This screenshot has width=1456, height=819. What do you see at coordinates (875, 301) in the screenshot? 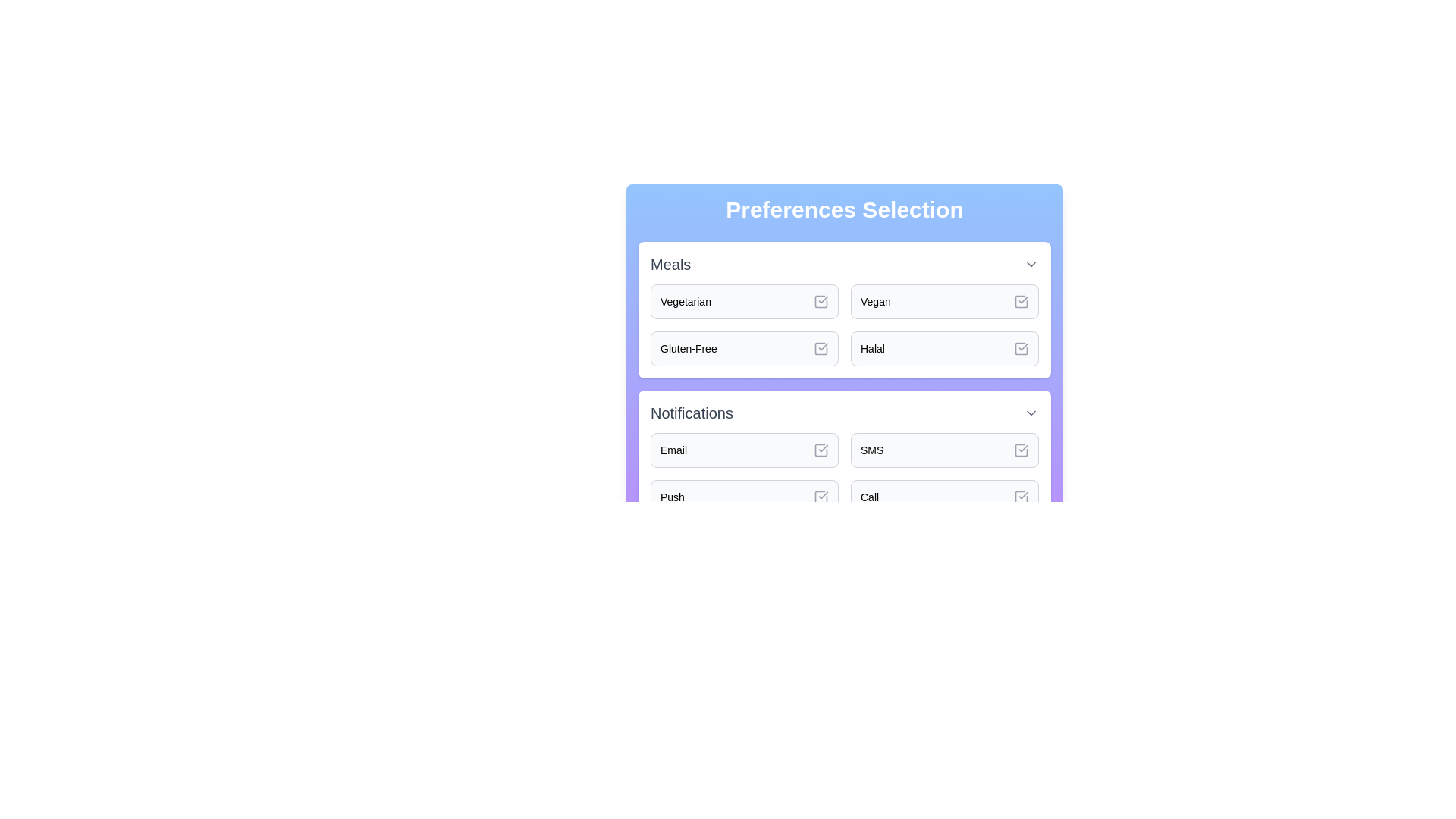
I see `the 'Vegan' text label located in the top row and second column of the 'Meals' preference section, which is styled in a small font size and medium weight, displaying the text 'Vegan'` at bounding box center [875, 301].